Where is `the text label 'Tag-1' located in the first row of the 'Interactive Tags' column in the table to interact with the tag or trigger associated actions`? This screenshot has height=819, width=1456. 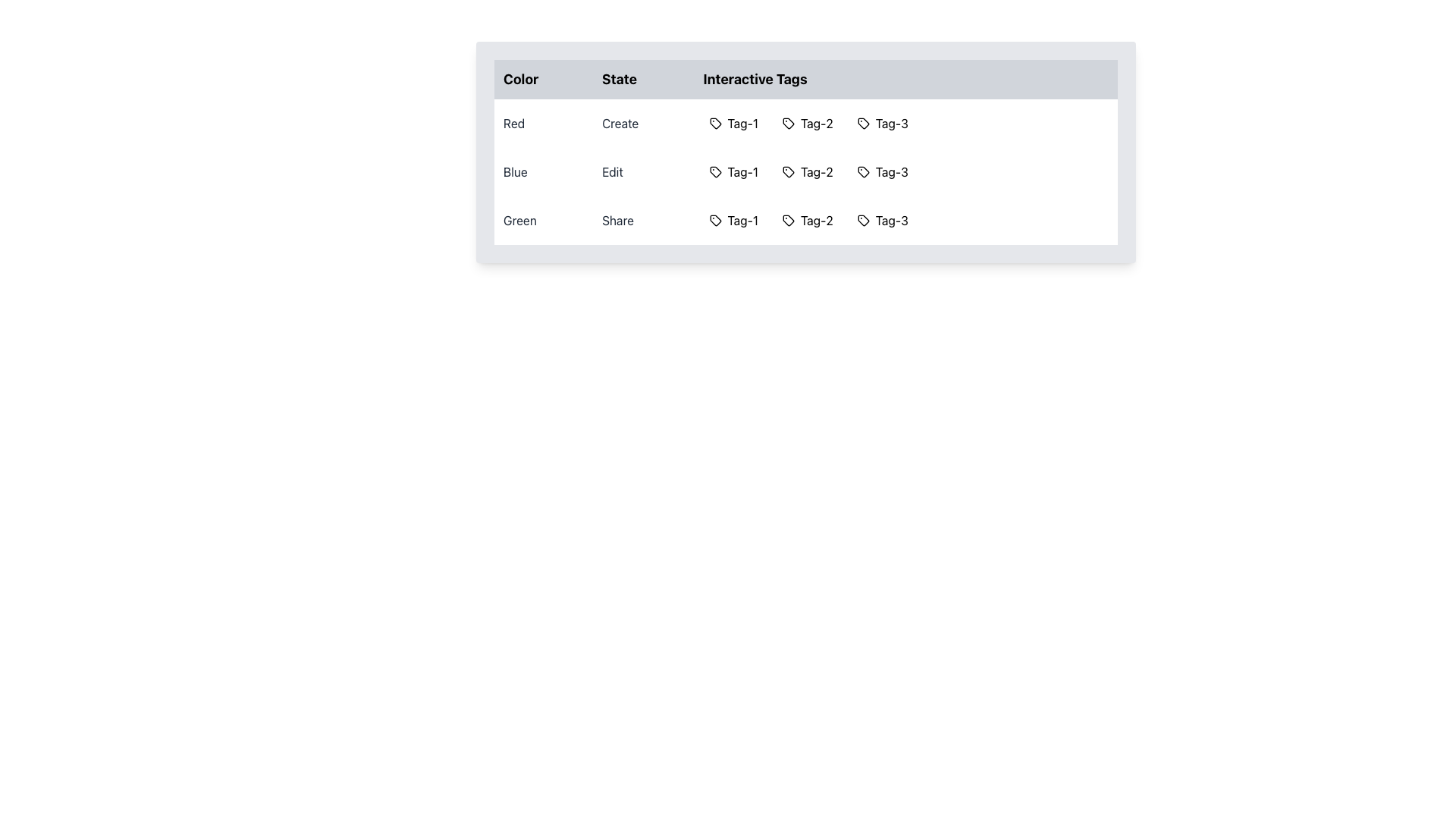
the text label 'Tag-1' located in the first row of the 'Interactive Tags' column in the table to interact with the tag or trigger associated actions is located at coordinates (742, 122).